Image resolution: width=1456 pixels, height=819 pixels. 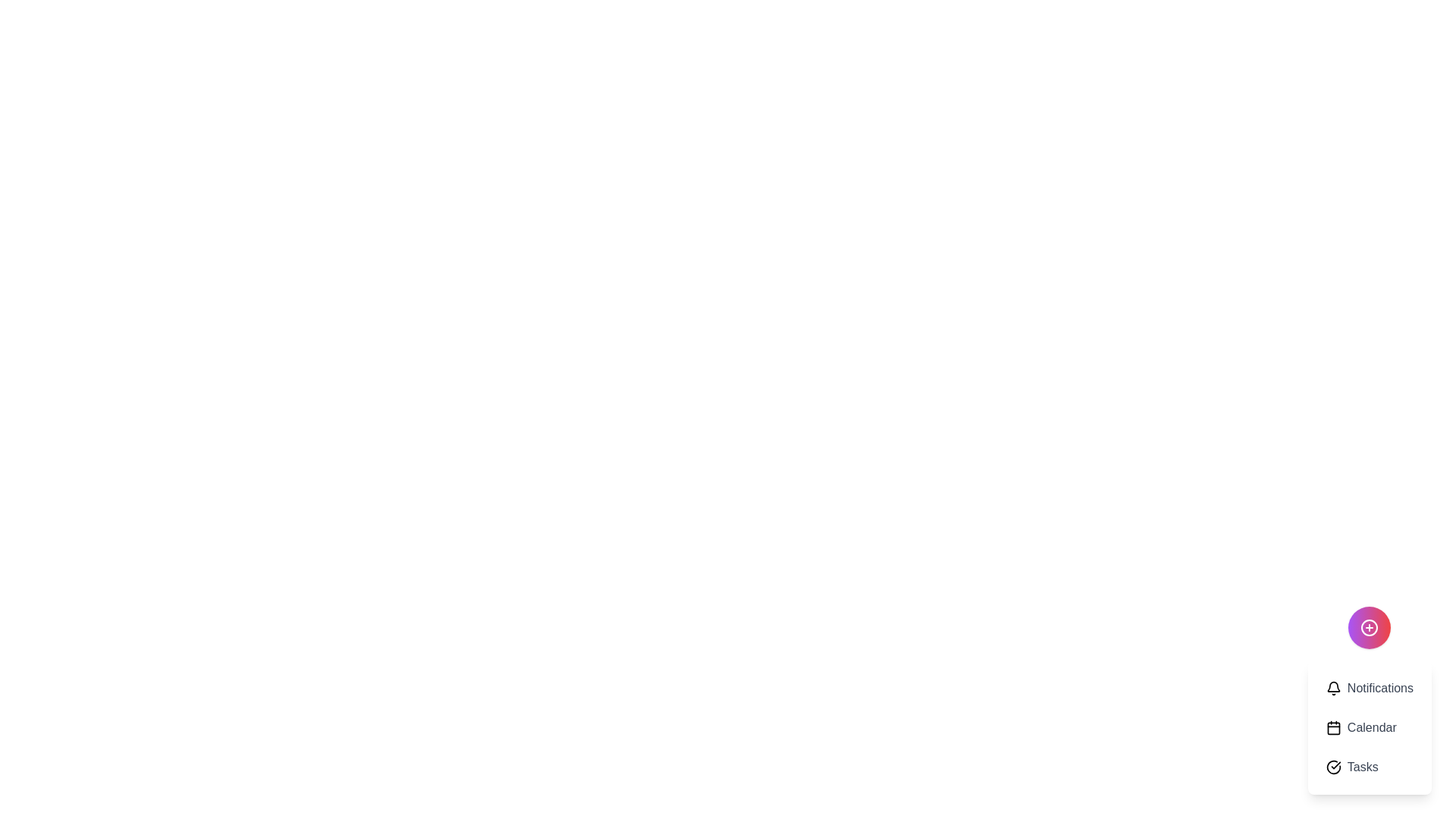 What do you see at coordinates (1369, 767) in the screenshot?
I see `the 'Tasks' menu item to select it` at bounding box center [1369, 767].